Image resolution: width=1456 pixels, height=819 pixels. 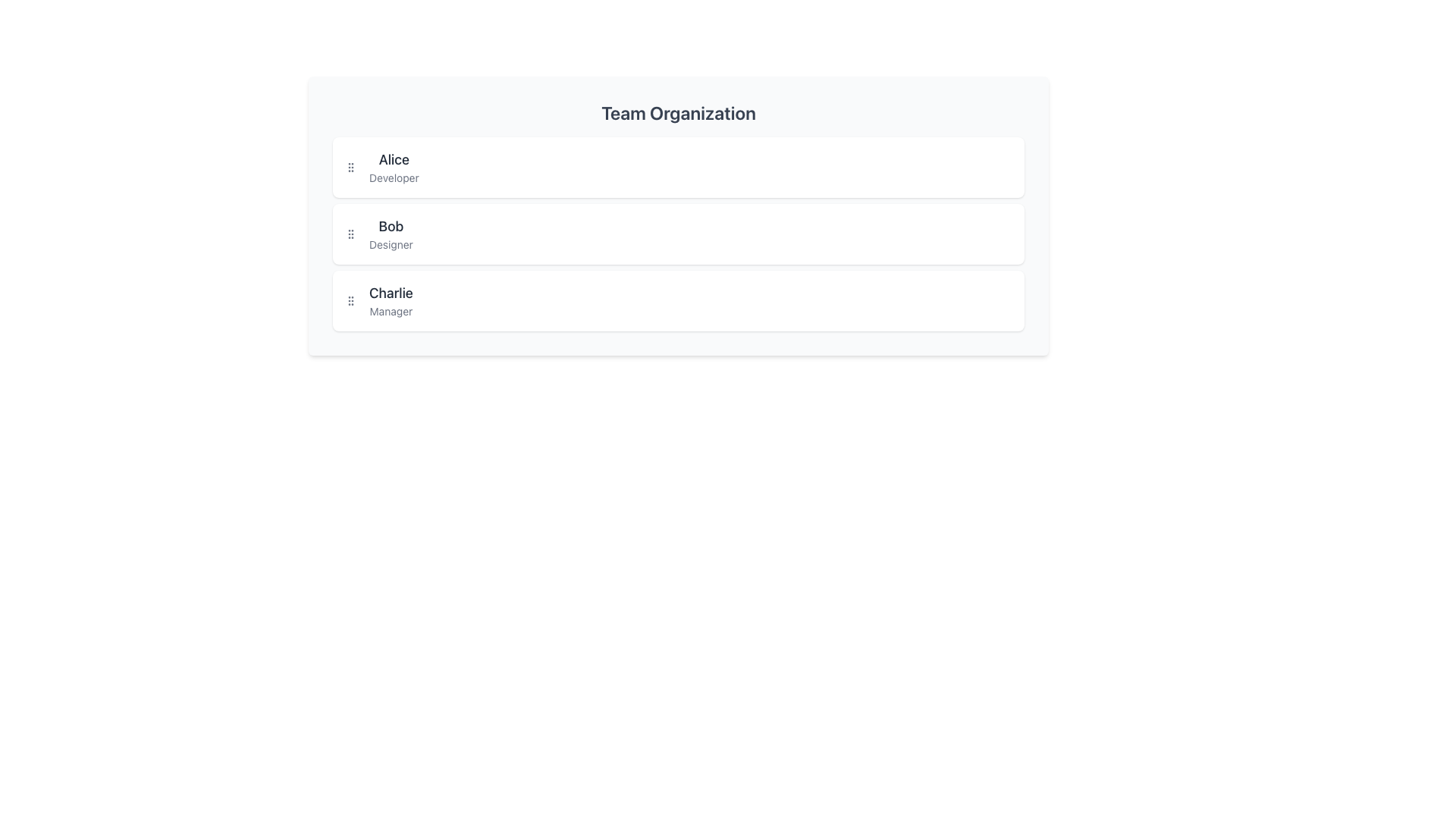 I want to click on the gray text label that indicates 'Manager', located directly below the name 'Charlie', so click(x=391, y=311).